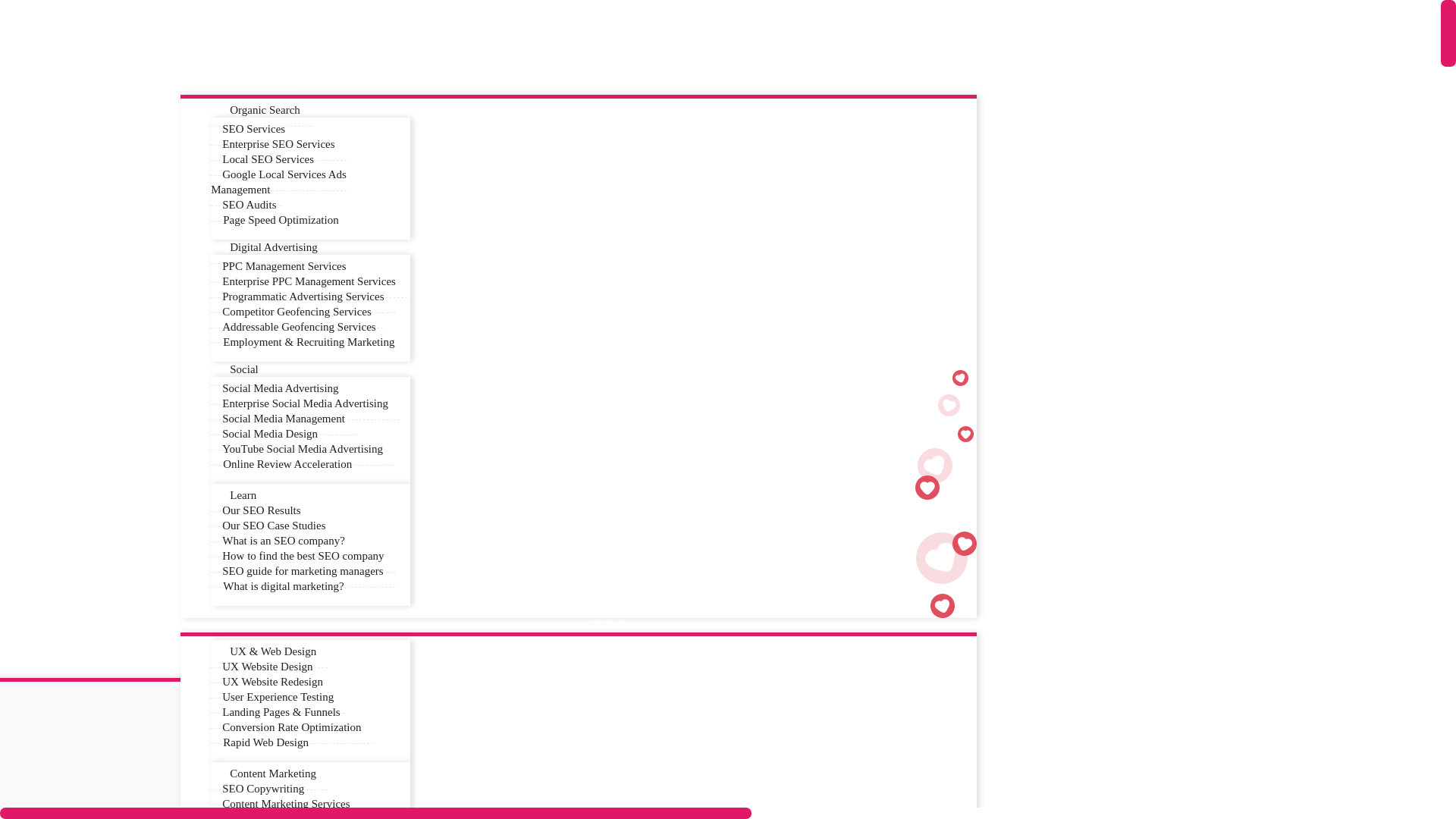 Image resolution: width=1456 pixels, height=819 pixels. Describe the element at coordinates (261, 109) in the screenshot. I see `'Organic Search'` at that location.